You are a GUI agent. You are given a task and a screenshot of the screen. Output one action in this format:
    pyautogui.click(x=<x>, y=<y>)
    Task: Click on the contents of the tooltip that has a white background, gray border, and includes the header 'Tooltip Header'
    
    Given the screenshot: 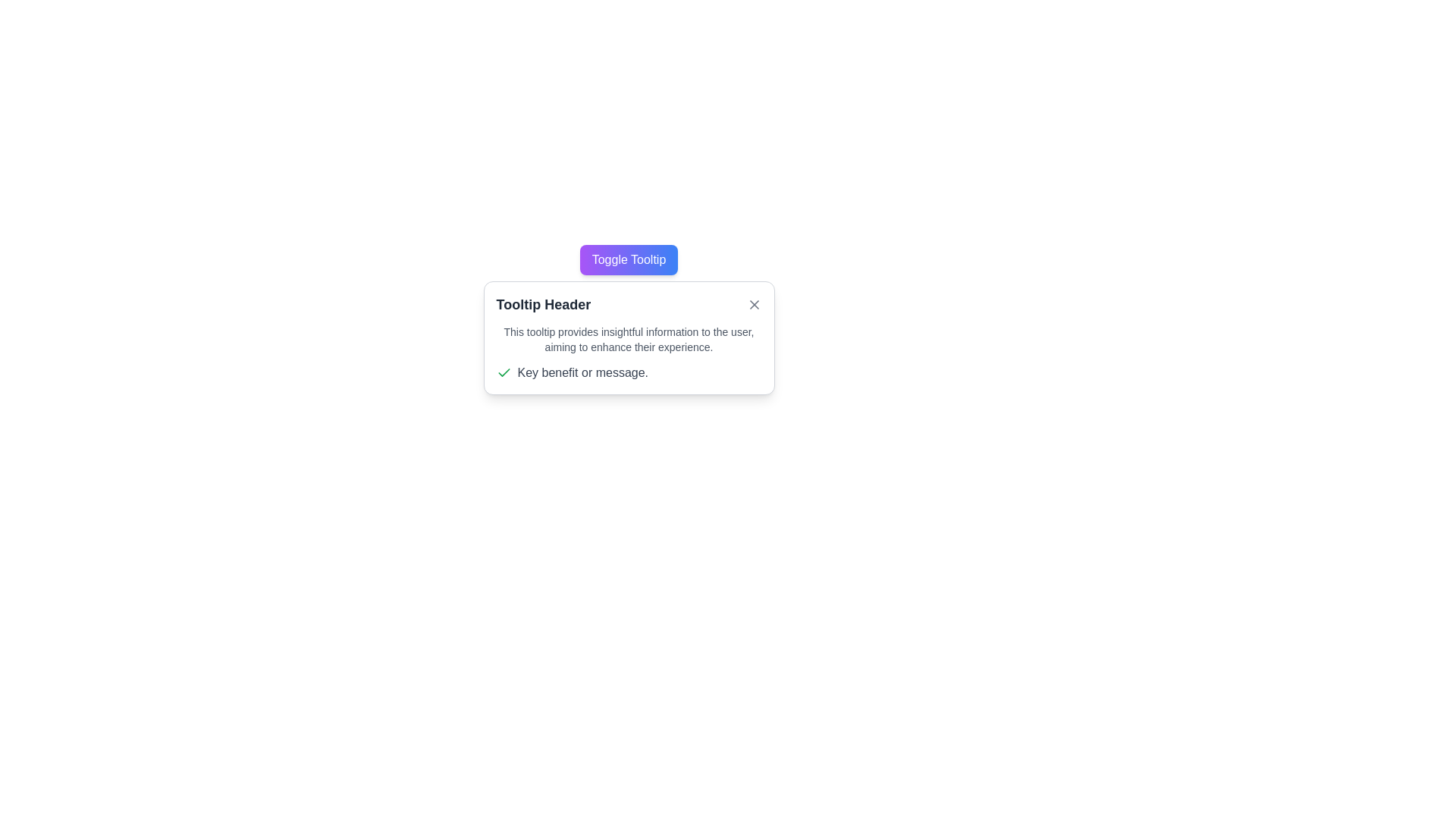 What is the action you would take?
    pyautogui.click(x=629, y=337)
    